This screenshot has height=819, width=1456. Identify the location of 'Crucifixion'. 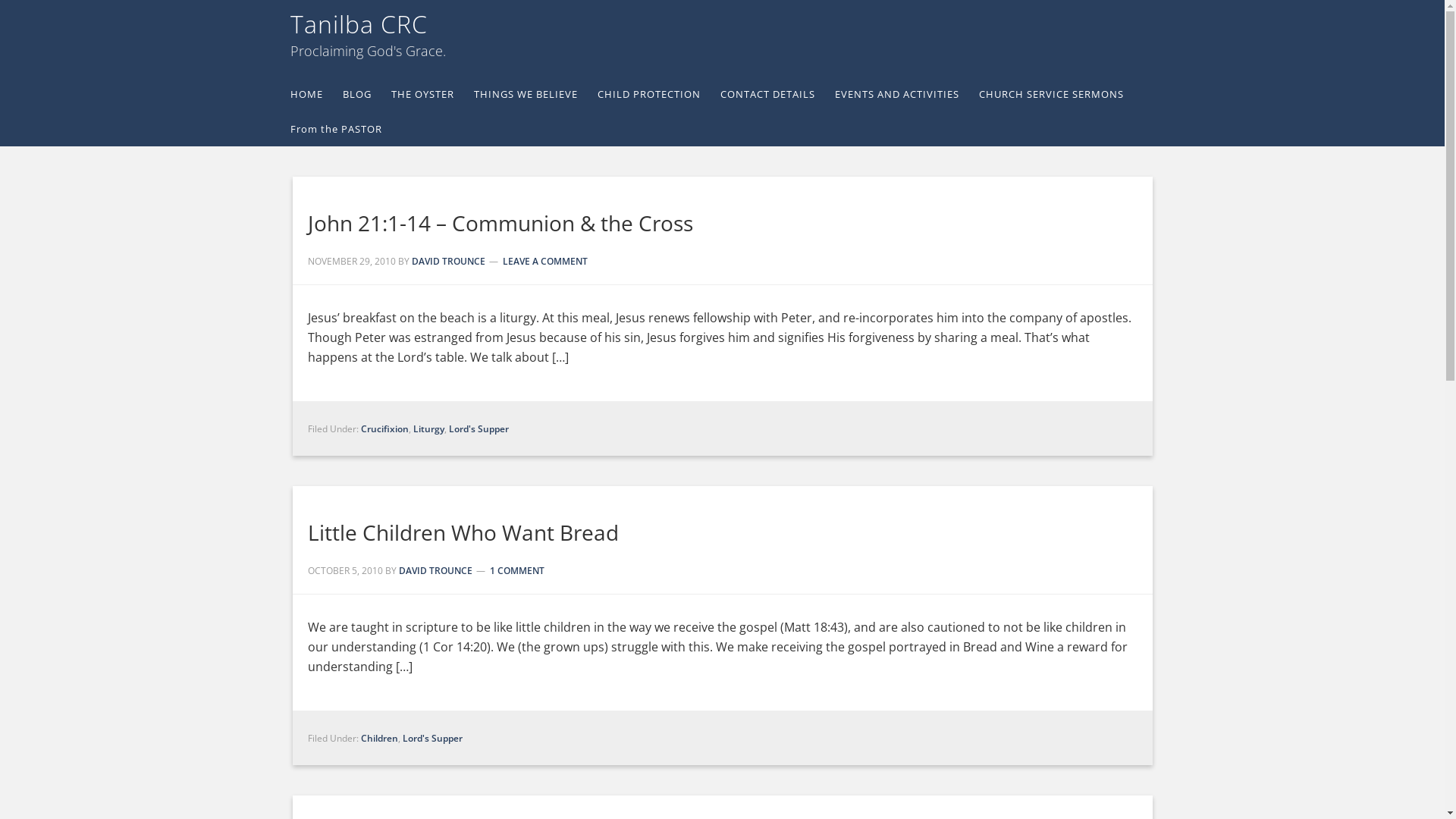
(384, 428).